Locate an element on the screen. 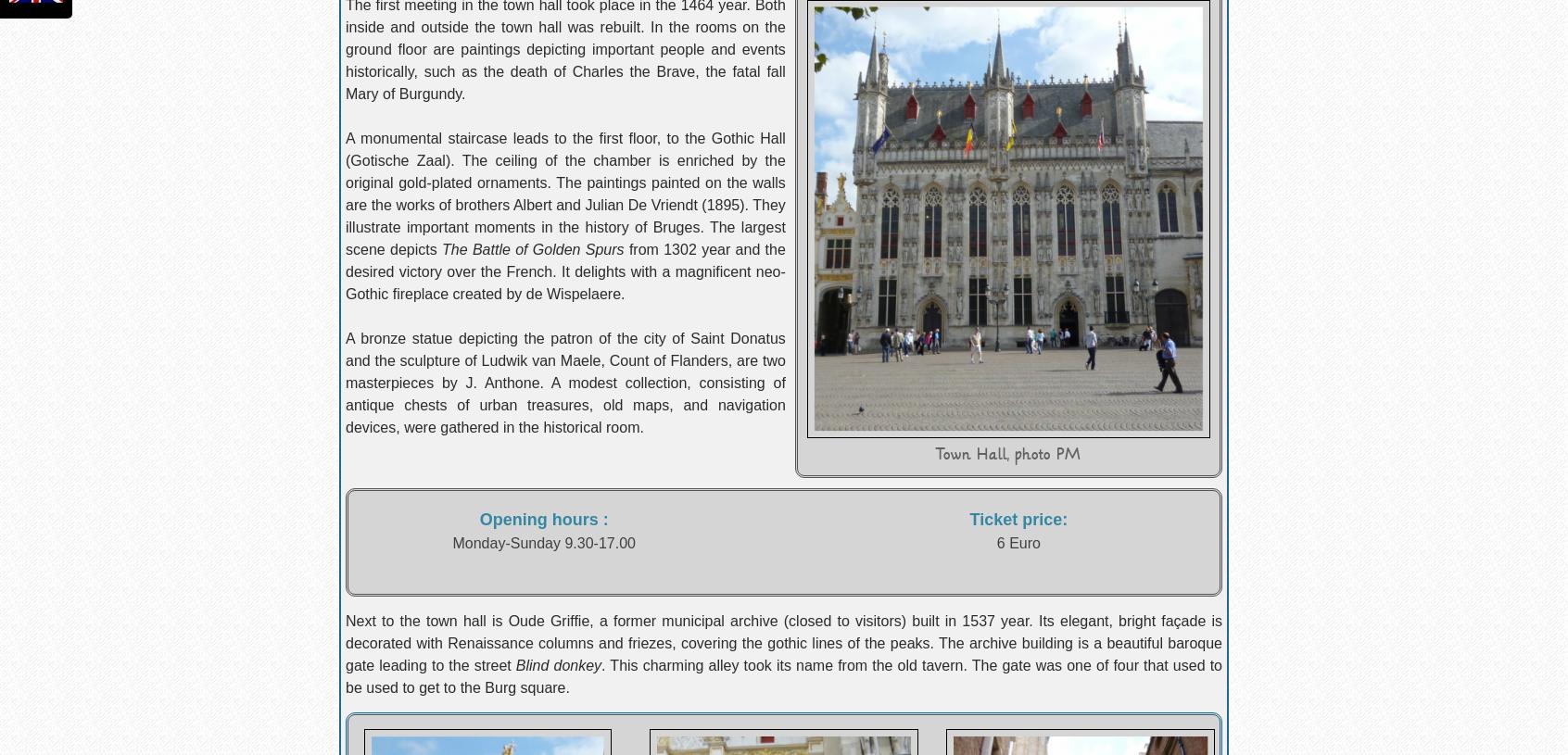 Image resolution: width=1568 pixels, height=755 pixels. 'A monumental staircase leads to the first floor, to the Gothic Hall (Gotische Zaal). The ceiling of the chamber is enriched by the original gold-plated ornaments. The paintings painted on the walls are the works of brothers Albert and Julian De Vriendt (1895). They illustrate important moments in the history of Bruges. The largest scene depicts' is located at coordinates (563, 194).